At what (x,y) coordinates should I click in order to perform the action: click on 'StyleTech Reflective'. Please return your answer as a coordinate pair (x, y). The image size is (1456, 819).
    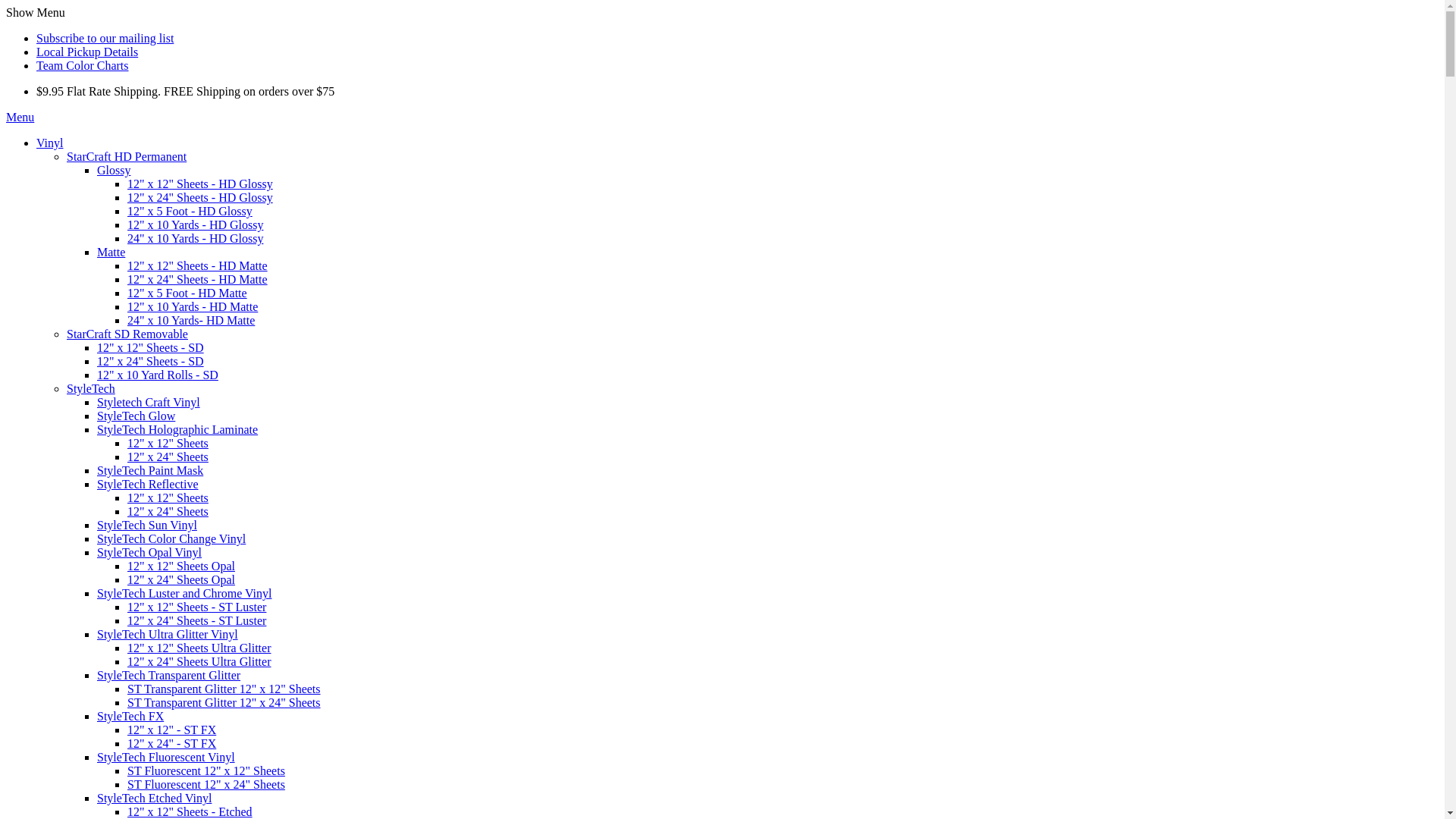
    Looking at the image, I should click on (148, 484).